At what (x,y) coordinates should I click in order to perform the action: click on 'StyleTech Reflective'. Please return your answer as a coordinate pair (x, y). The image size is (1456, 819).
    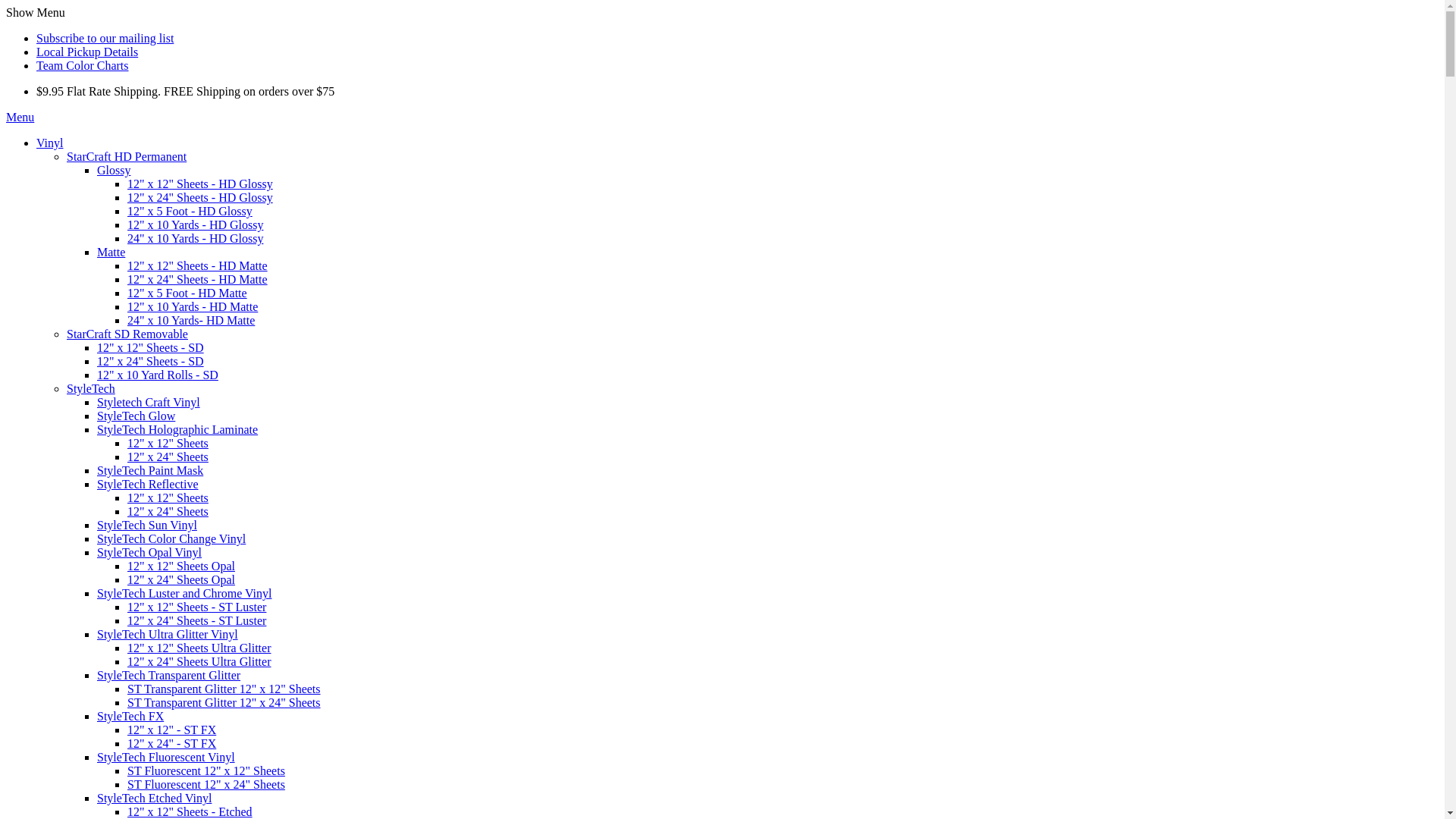
    Looking at the image, I should click on (148, 484).